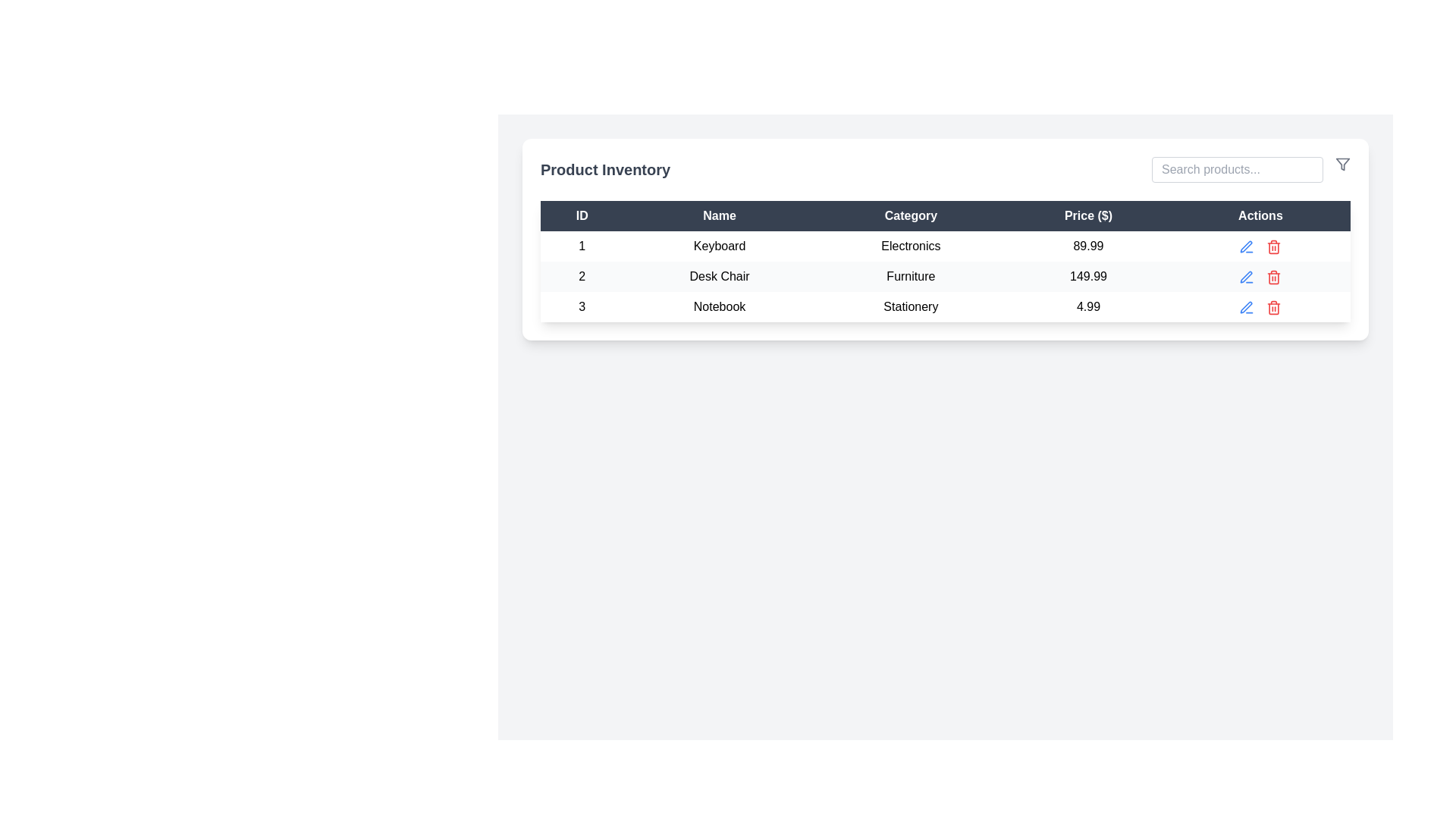  What do you see at coordinates (1238, 169) in the screenshot?
I see `the text input field located in the top-right corner of the Product Inventory interface to focus and type in it` at bounding box center [1238, 169].